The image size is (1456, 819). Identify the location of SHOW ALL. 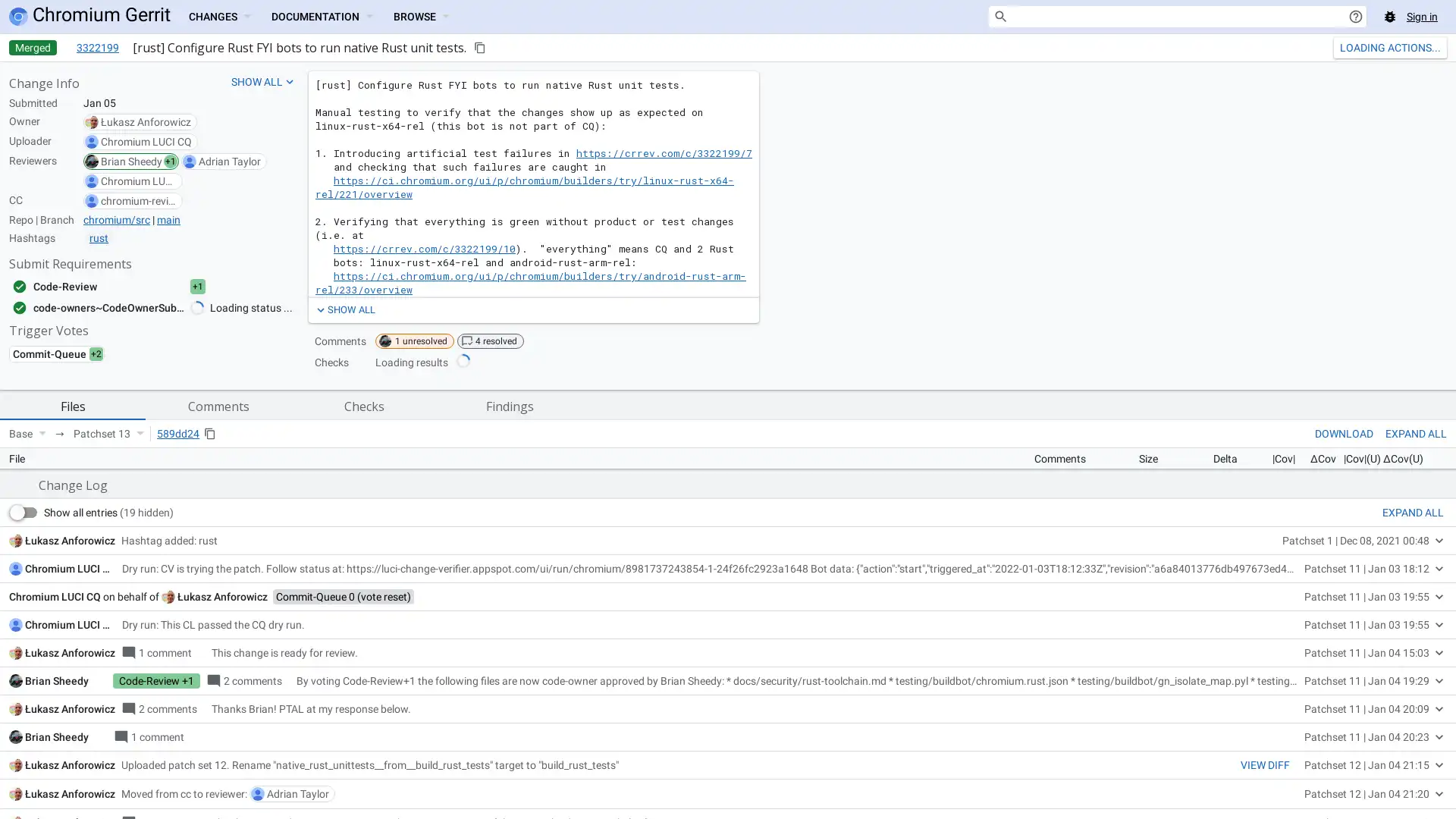
(344, 309).